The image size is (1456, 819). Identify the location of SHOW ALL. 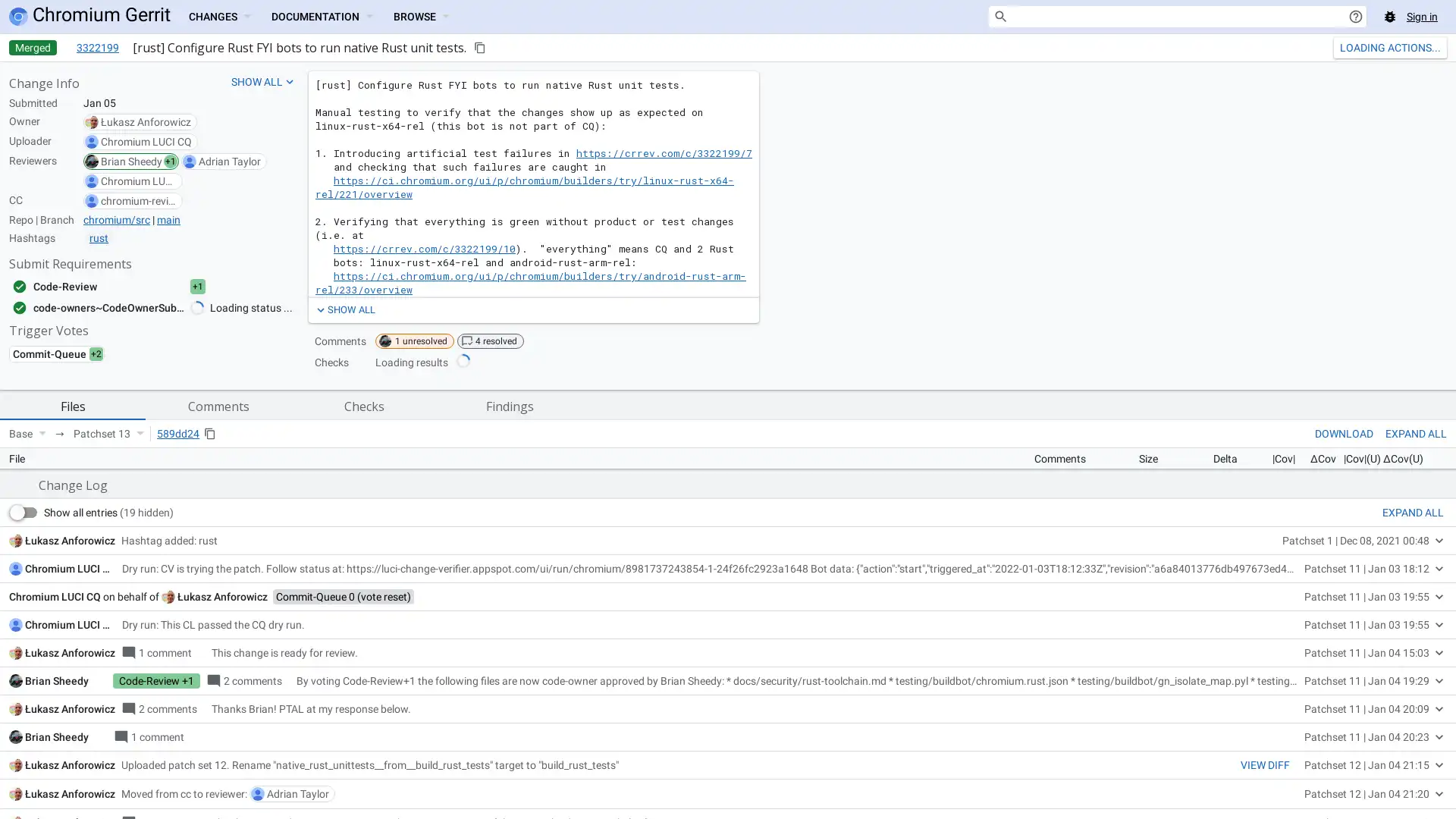
(344, 309).